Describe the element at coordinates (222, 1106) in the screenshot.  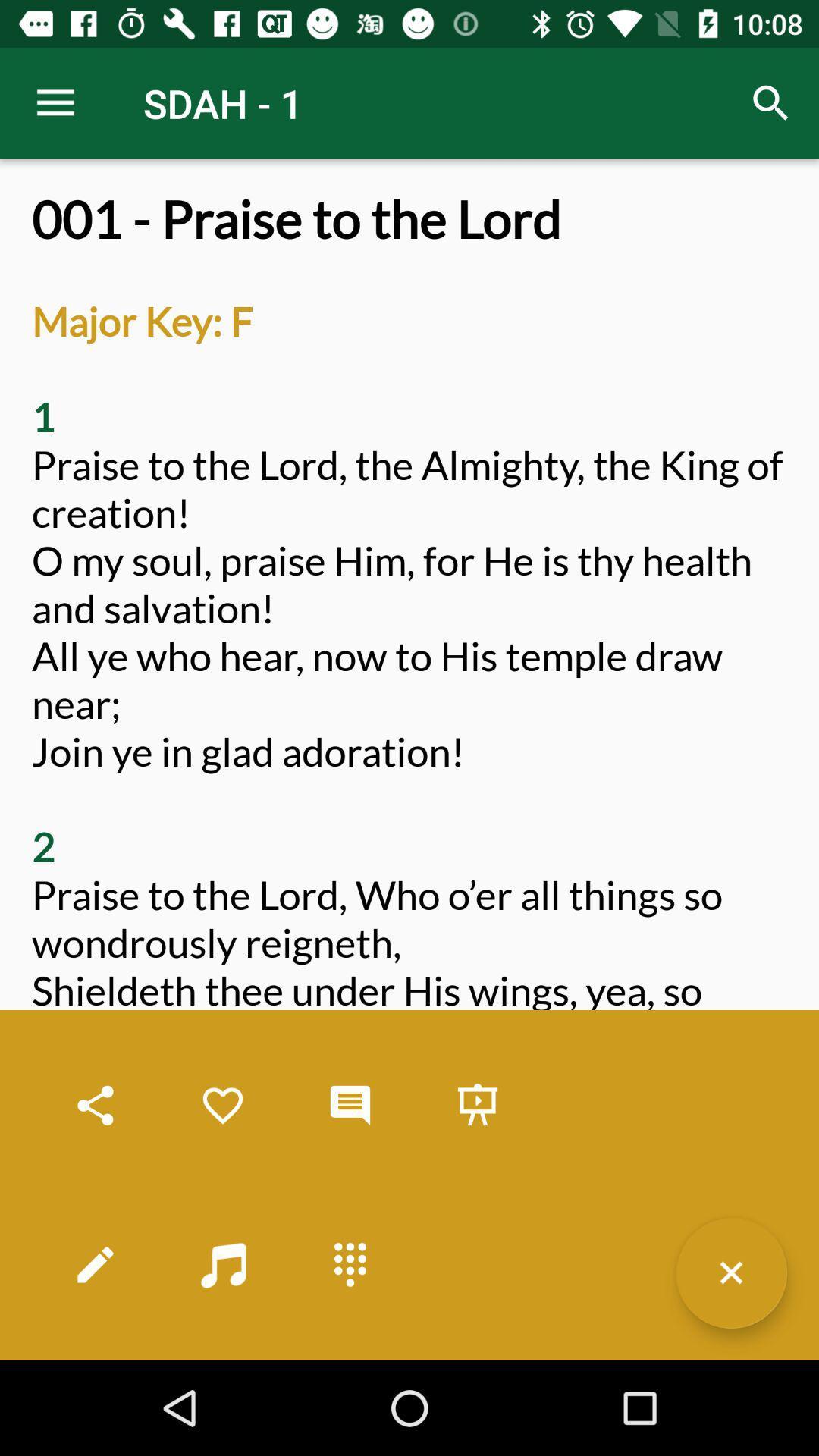
I see `page to your favorites` at that location.